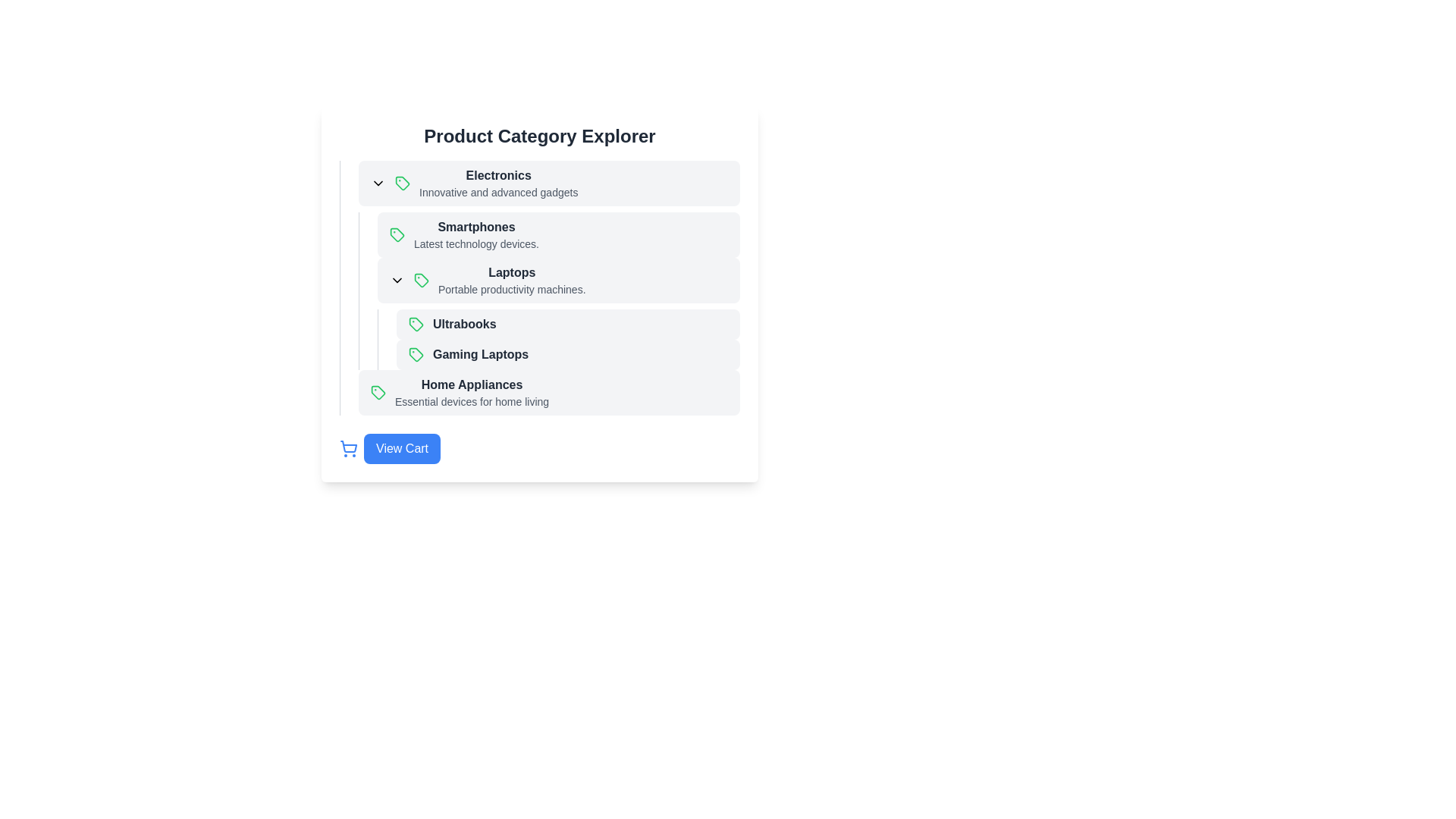  Describe the element at coordinates (397, 281) in the screenshot. I see `the icon located near the left side of the 'Laptops' label` at that location.